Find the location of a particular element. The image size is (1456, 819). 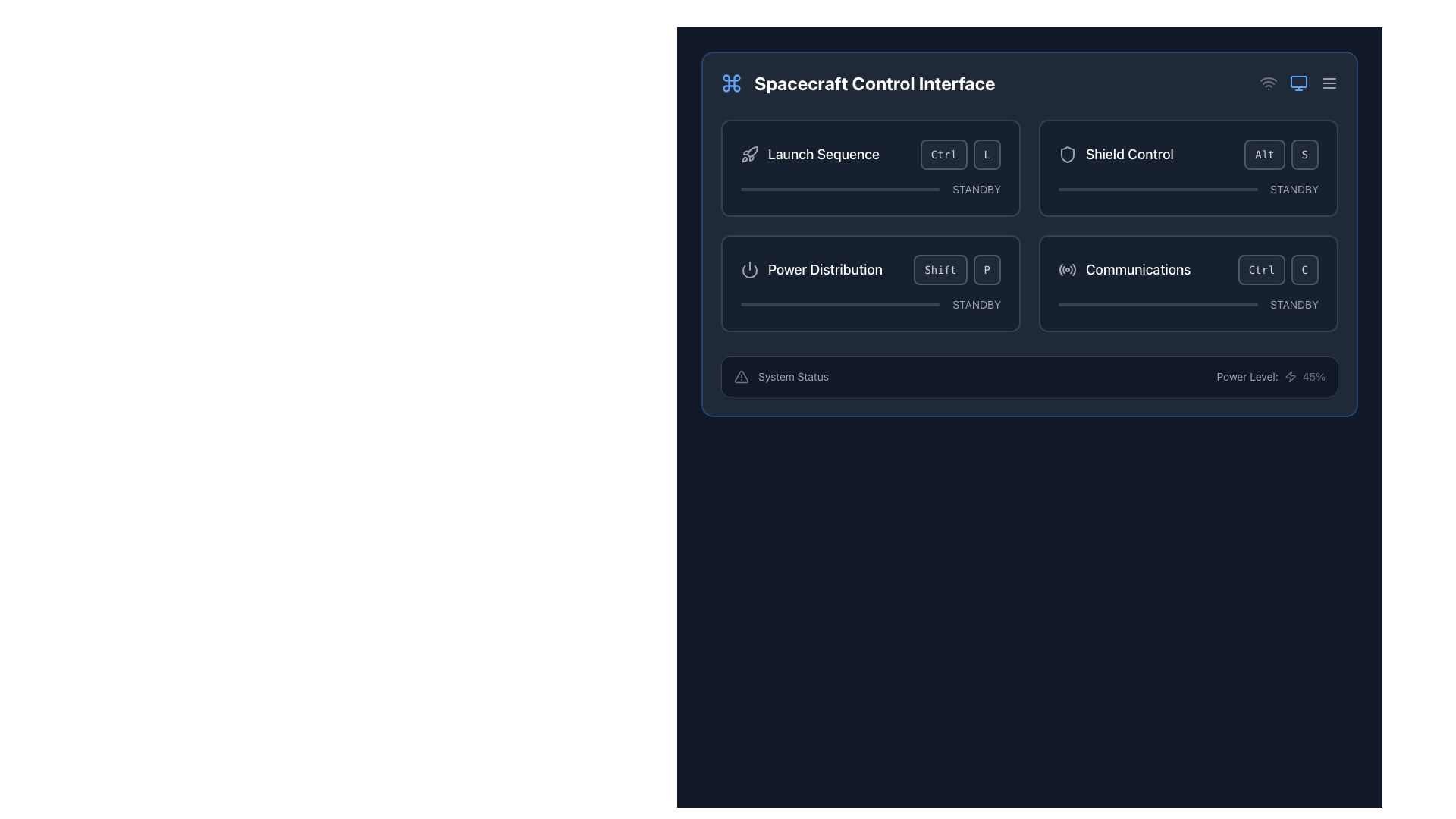

the progress bar or status indicator located in the 'Launch Sequence' section of the control panel, positioned beneath the 'Launch Sequence' label and in the same row as the 'STANDBY' label is located at coordinates (839, 189).